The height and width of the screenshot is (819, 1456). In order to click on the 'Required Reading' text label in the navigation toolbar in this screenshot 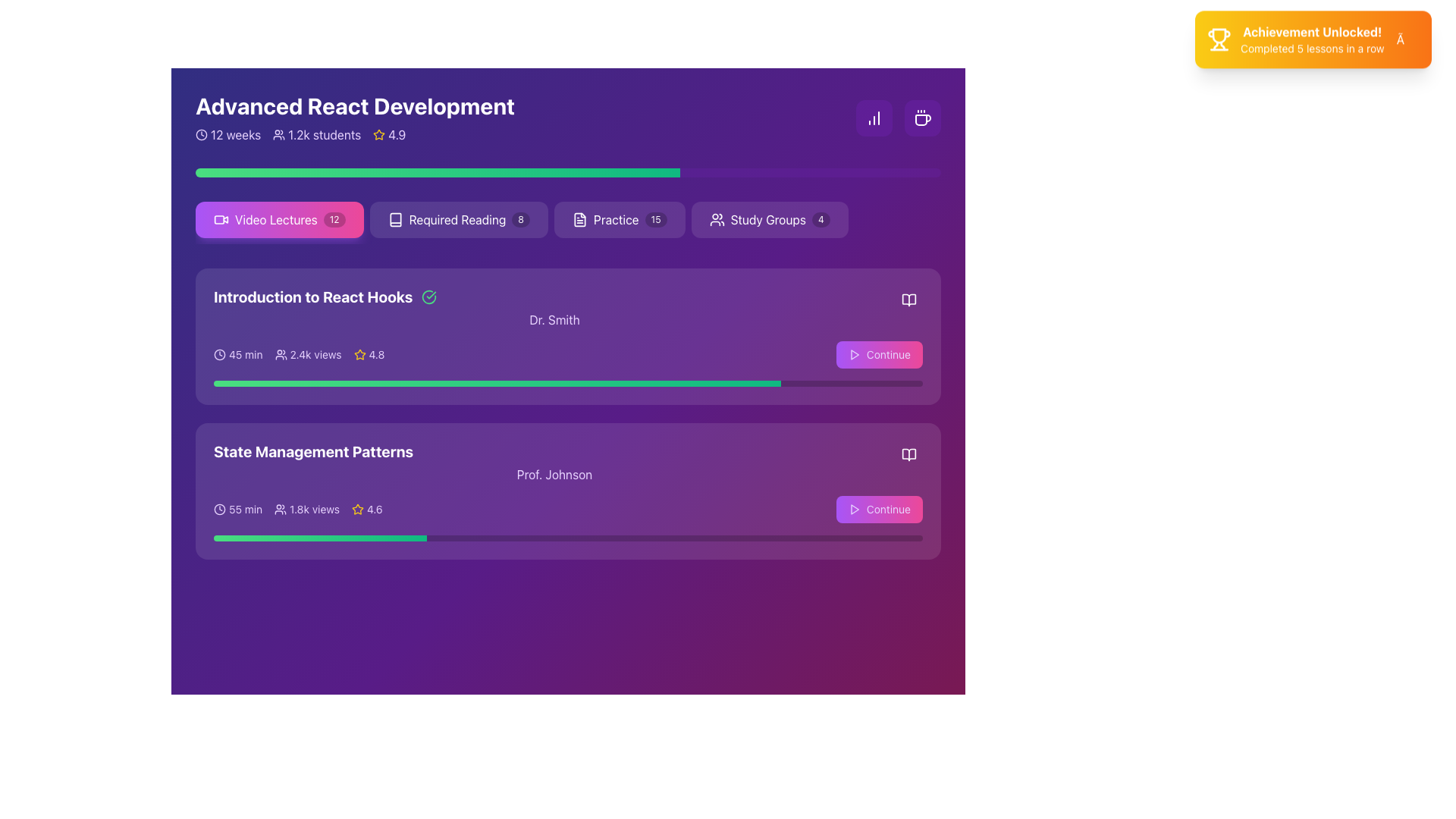, I will do `click(457, 219)`.